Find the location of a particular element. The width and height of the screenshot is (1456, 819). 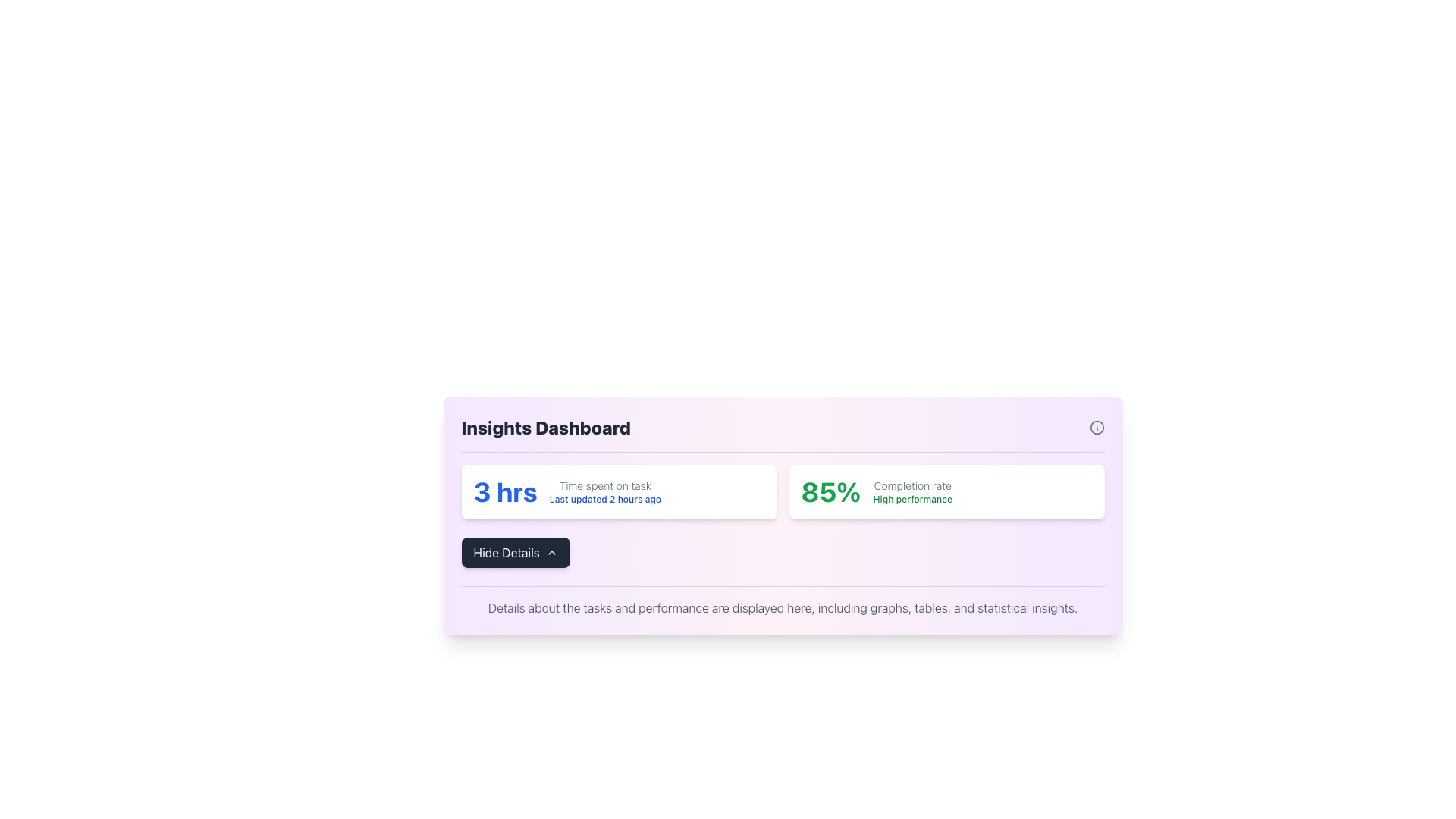

the text element displaying '3 hrs', which is styled in bold blue font and located at the left side of the dashboard within a white box is located at coordinates (505, 491).